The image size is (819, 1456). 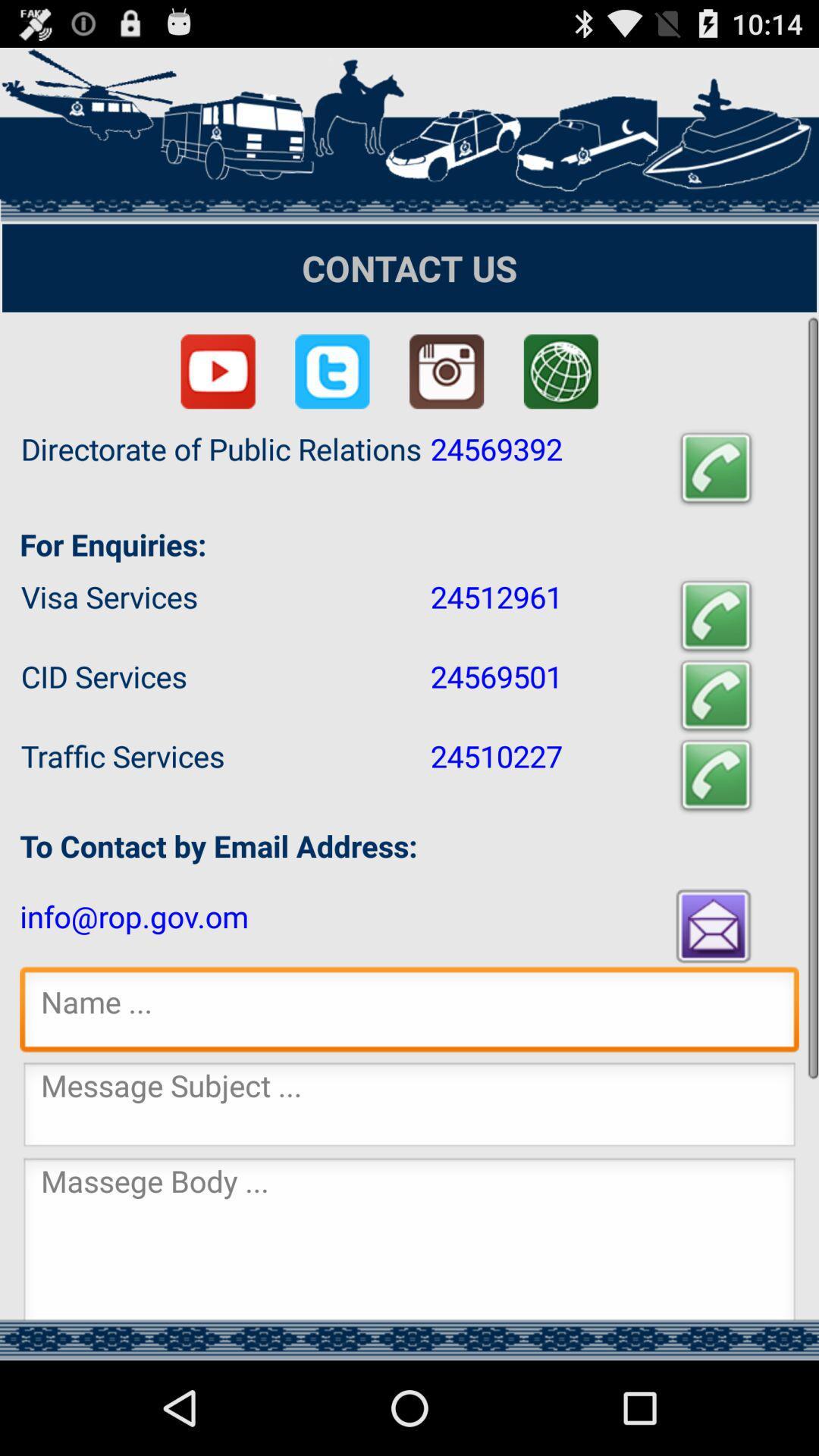 What do you see at coordinates (716, 775) in the screenshot?
I see `calls the number listed` at bounding box center [716, 775].